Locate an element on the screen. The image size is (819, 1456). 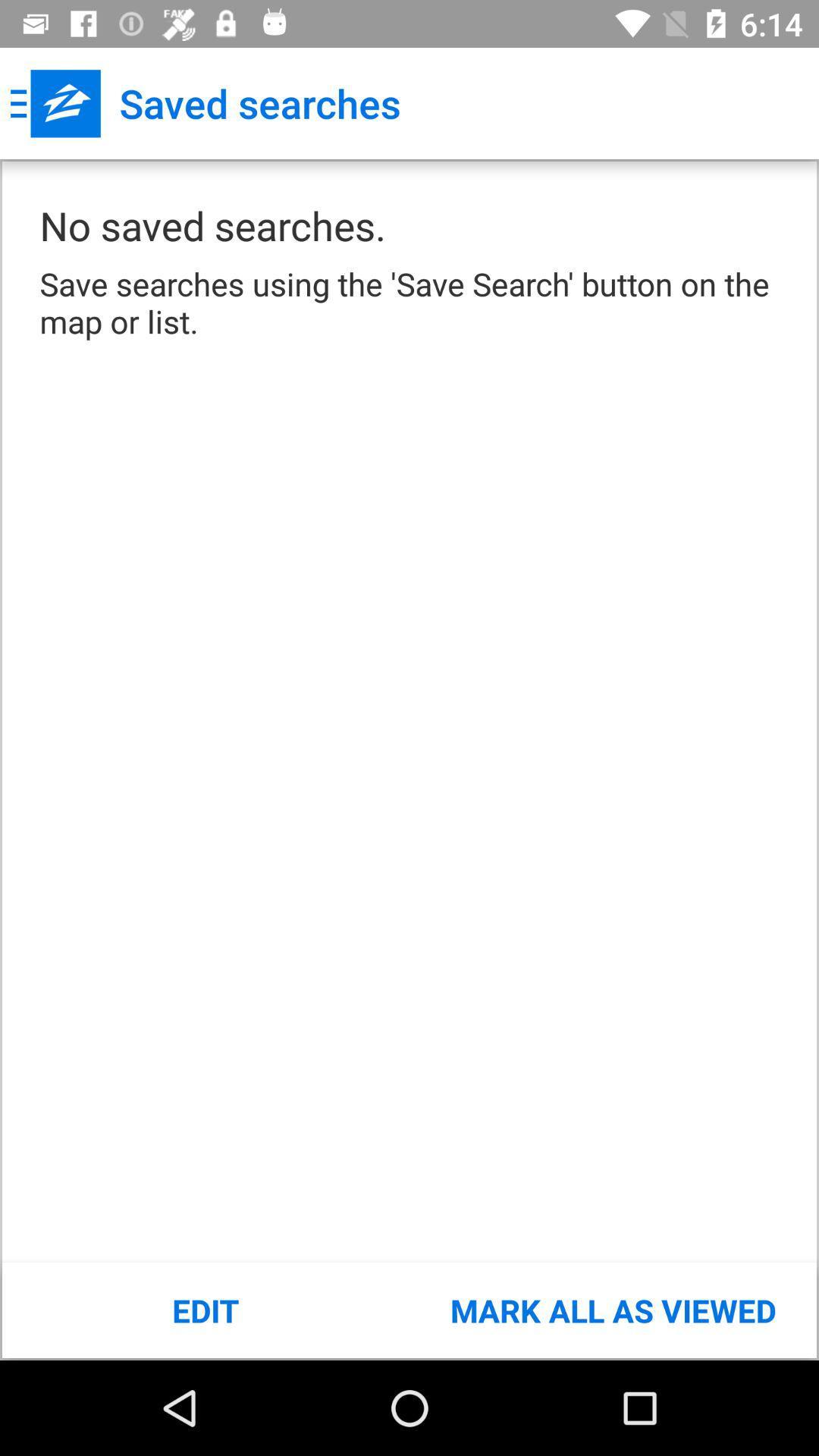
the icon at the bottom left corner is located at coordinates (206, 1310).